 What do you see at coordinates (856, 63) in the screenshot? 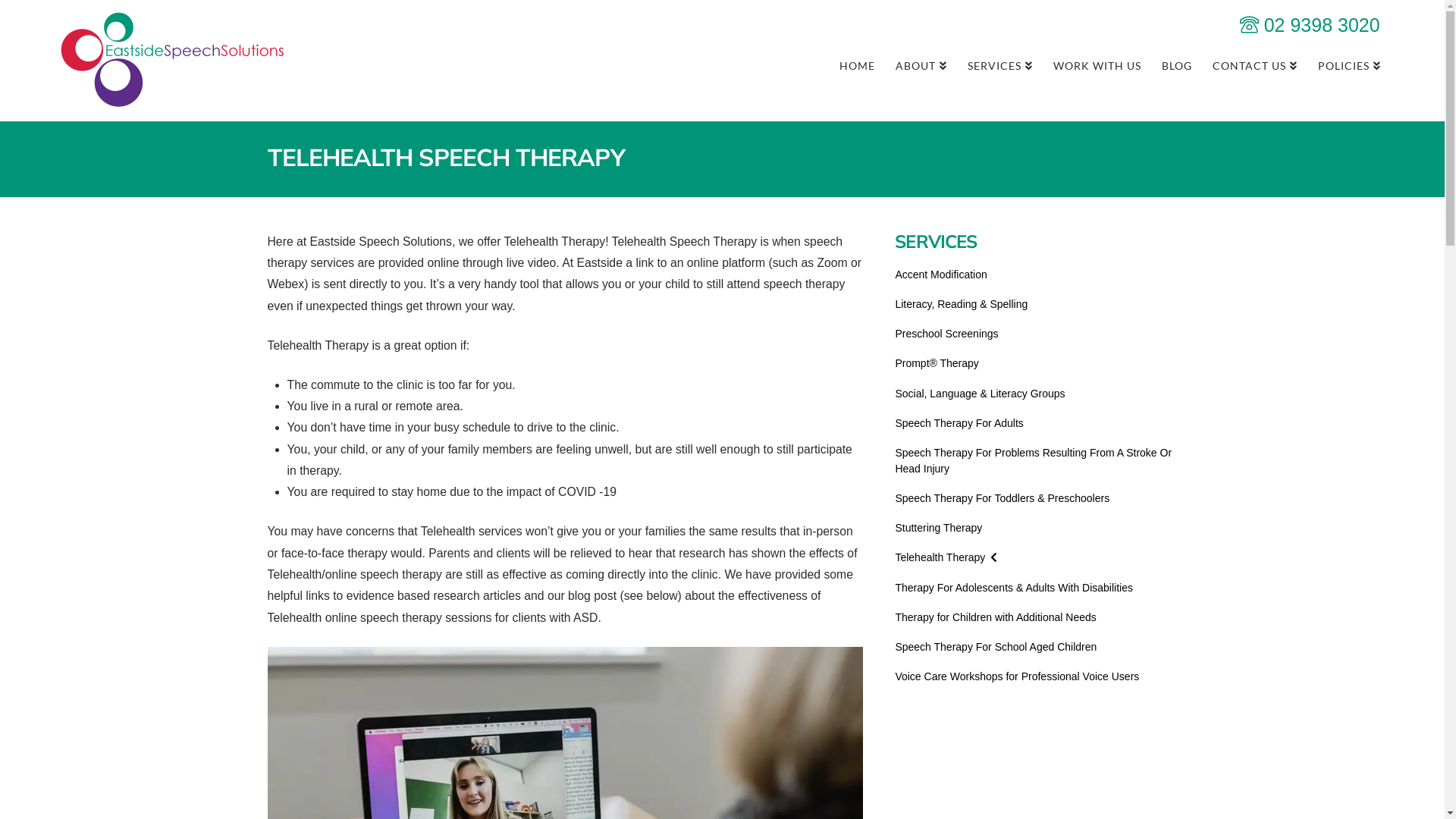
I see `'HOME'` at bounding box center [856, 63].